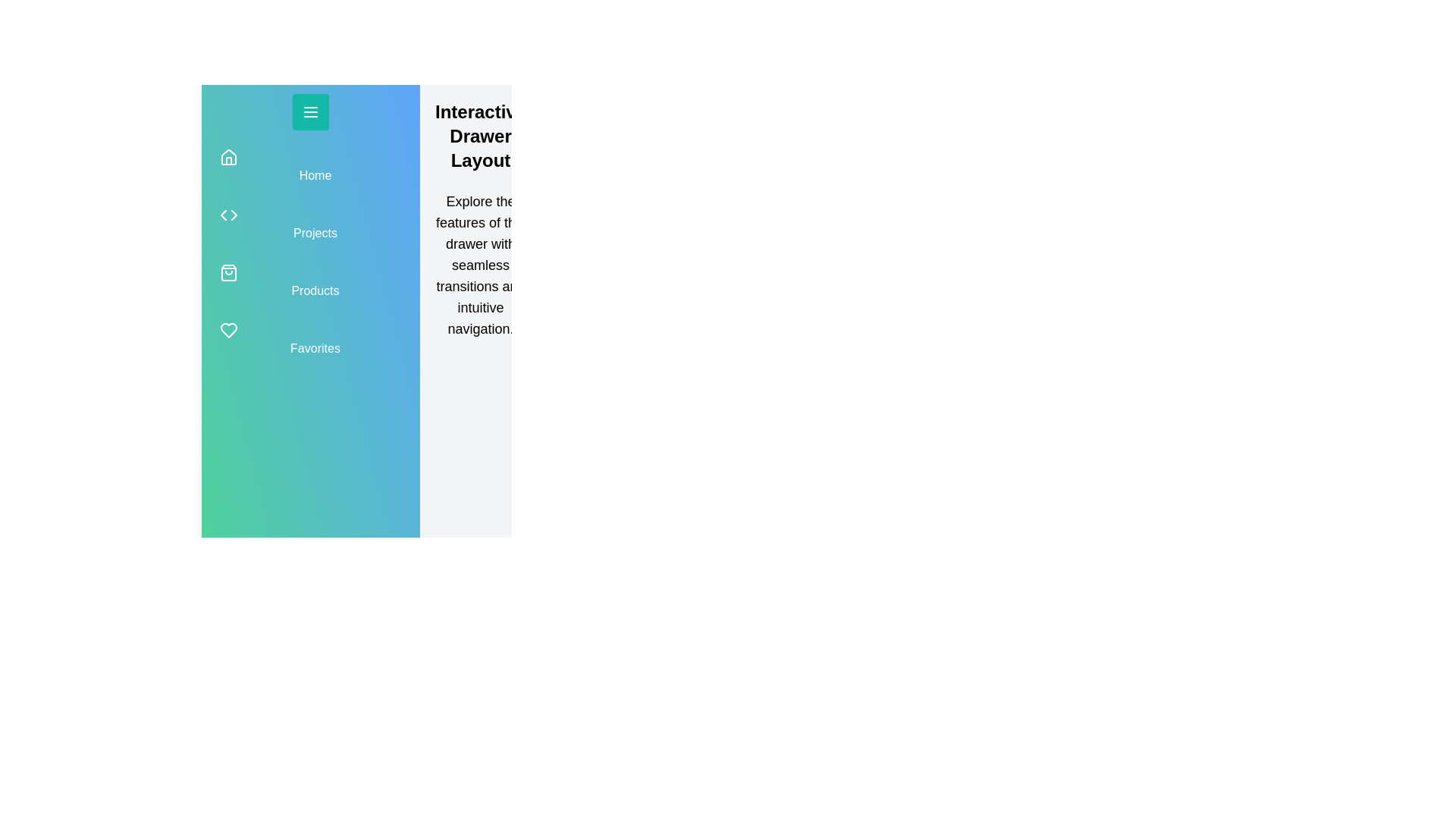  What do you see at coordinates (309, 281) in the screenshot?
I see `the navigation item Products` at bounding box center [309, 281].